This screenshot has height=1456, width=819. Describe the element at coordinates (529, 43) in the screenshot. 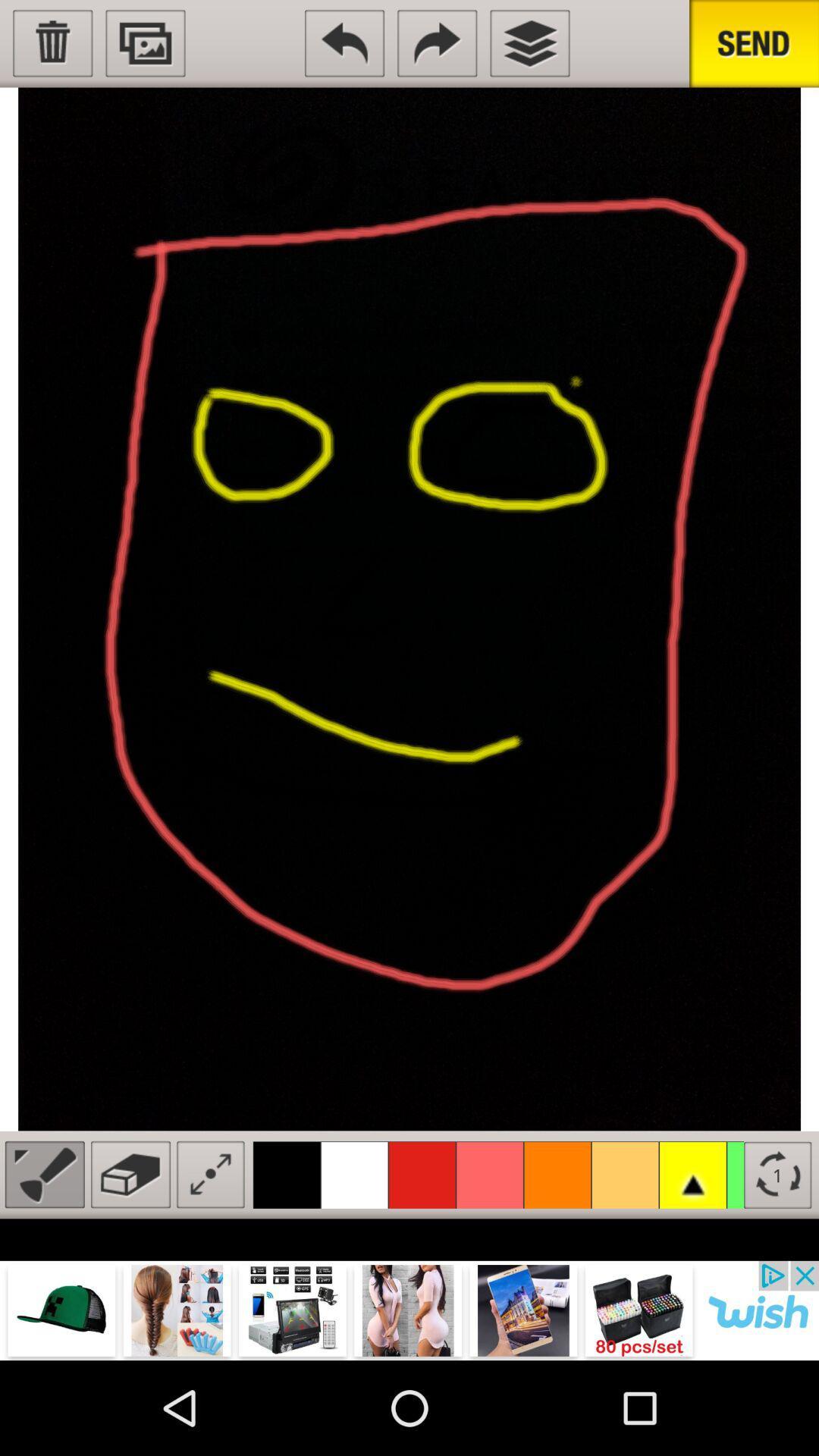

I see `the layers icon` at that location.